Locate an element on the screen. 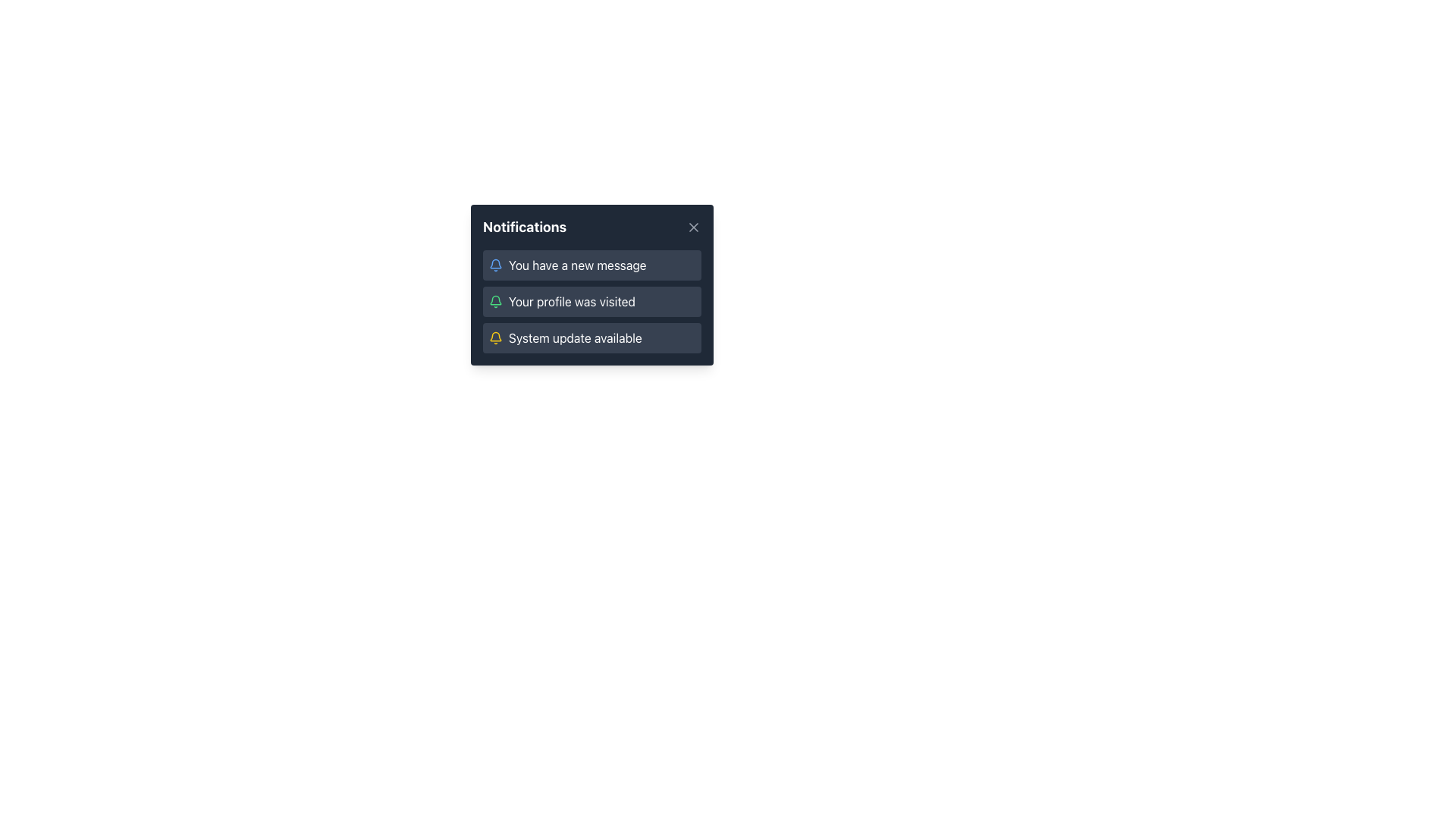 This screenshot has height=819, width=1456. the bell icon for notifications is located at coordinates (495, 300).